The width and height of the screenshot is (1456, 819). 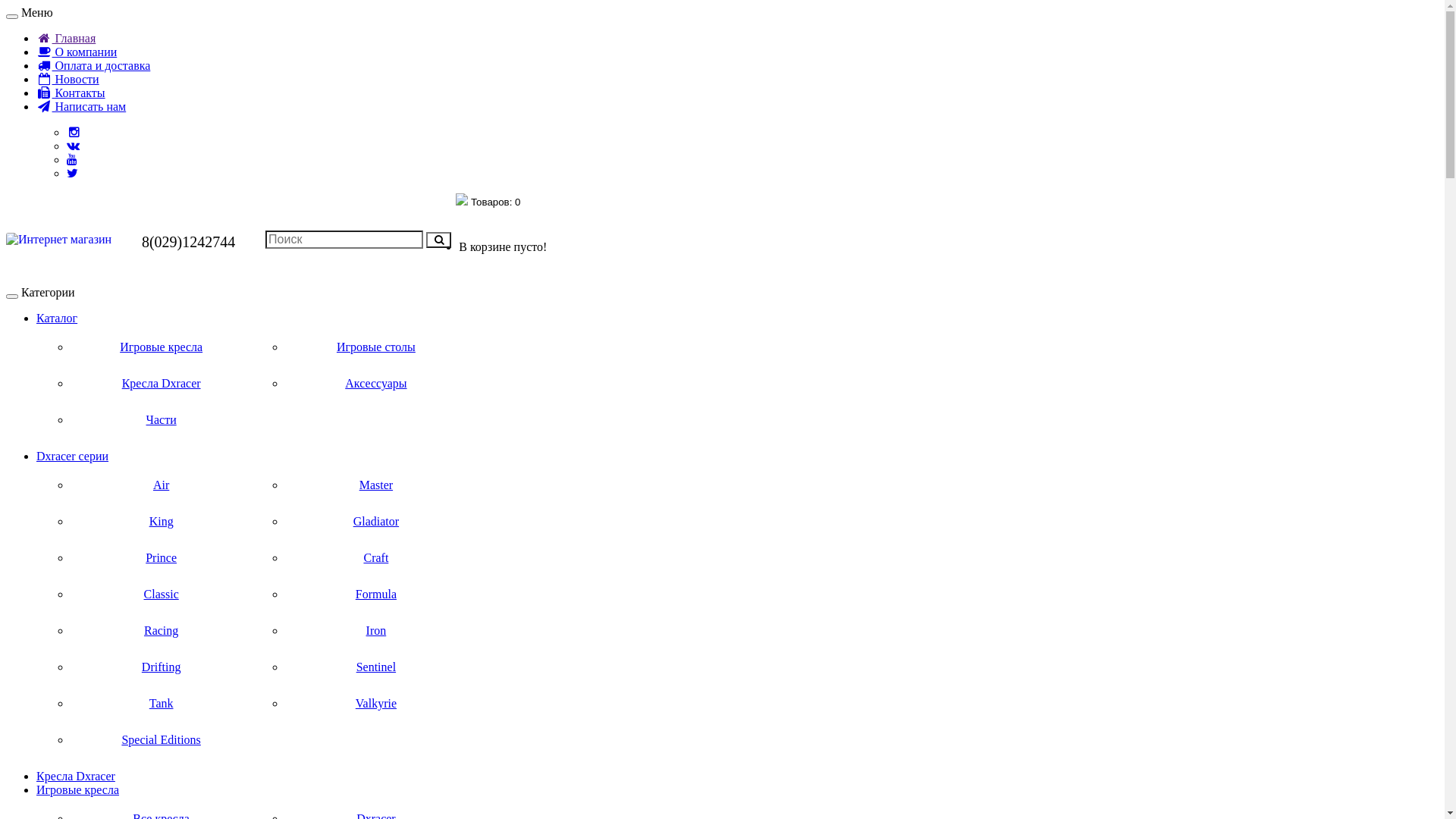 I want to click on 'Gladiator', so click(x=375, y=520).